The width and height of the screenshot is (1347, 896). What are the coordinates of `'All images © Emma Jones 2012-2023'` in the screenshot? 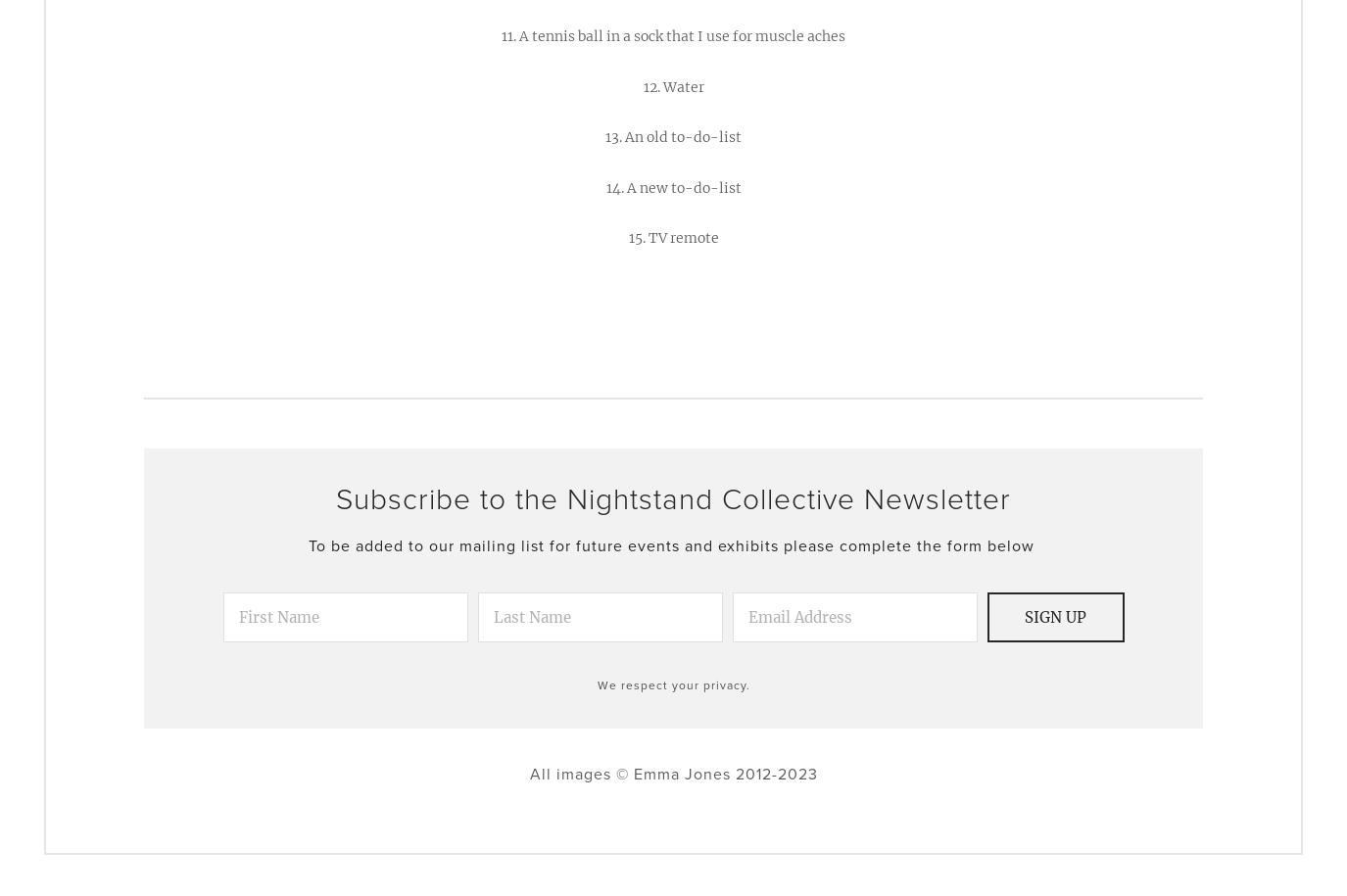 It's located at (671, 773).